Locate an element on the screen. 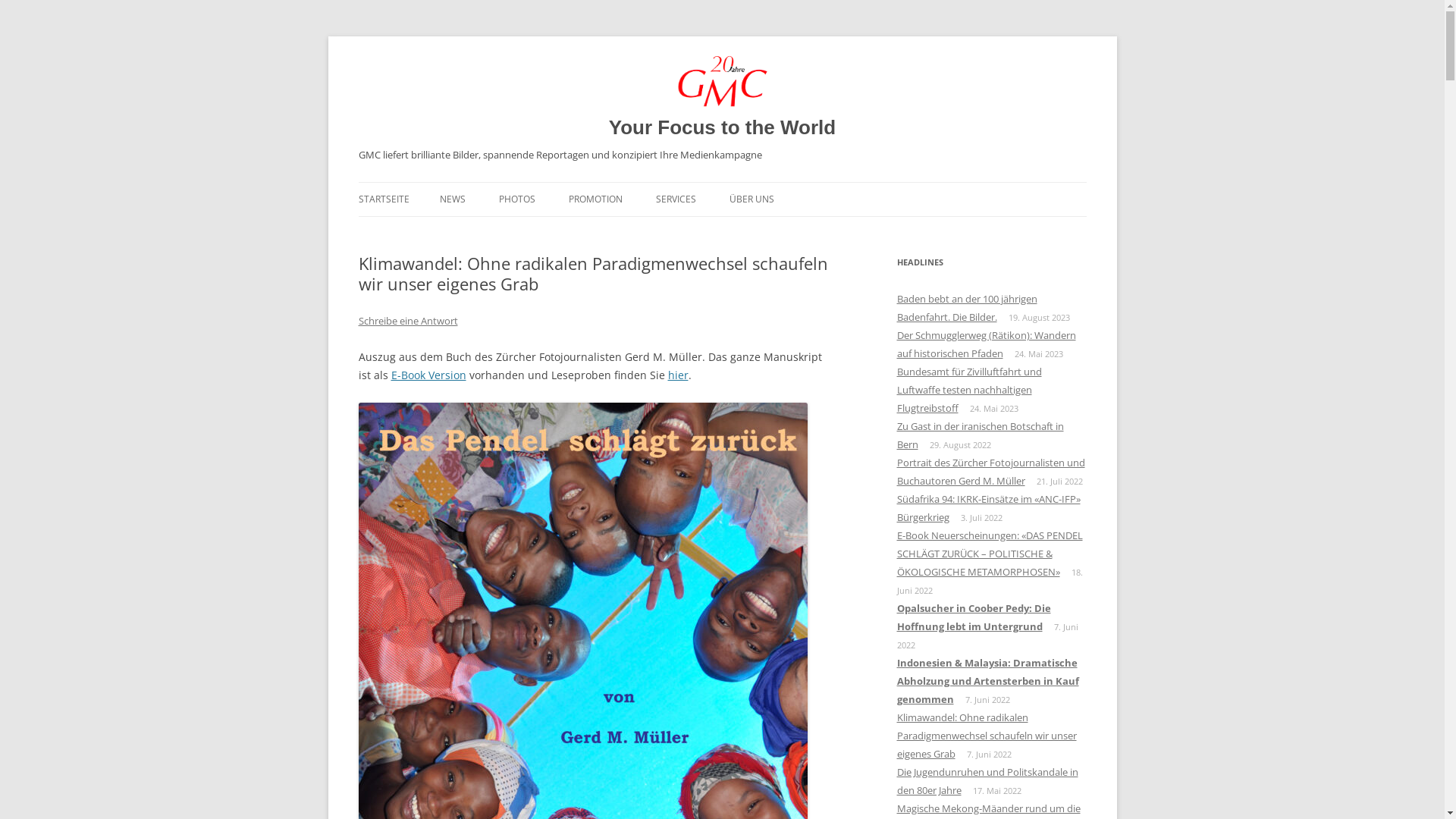  'hier' is located at coordinates (676, 375).